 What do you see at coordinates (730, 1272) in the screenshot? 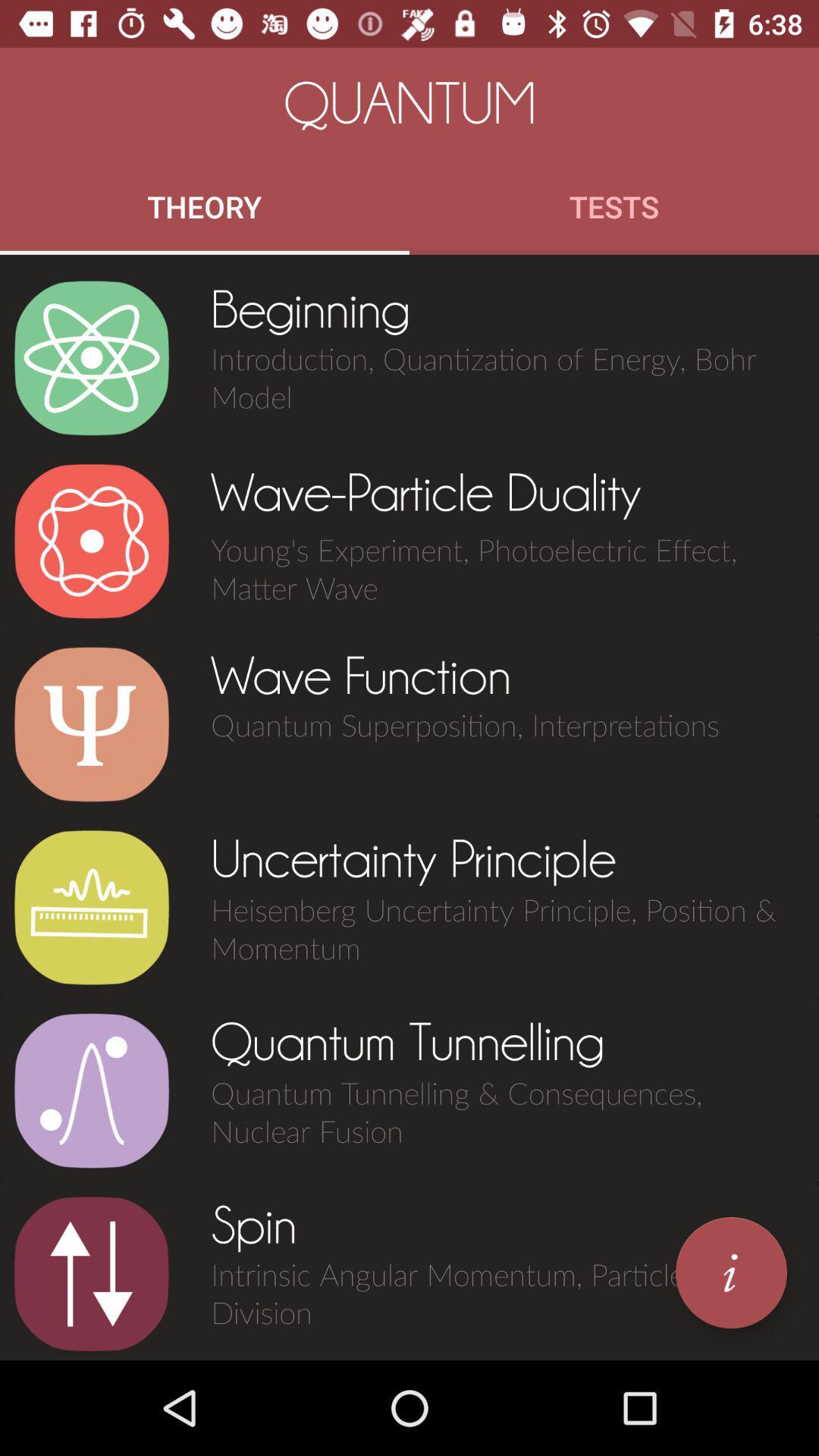
I see `the info icon` at bounding box center [730, 1272].